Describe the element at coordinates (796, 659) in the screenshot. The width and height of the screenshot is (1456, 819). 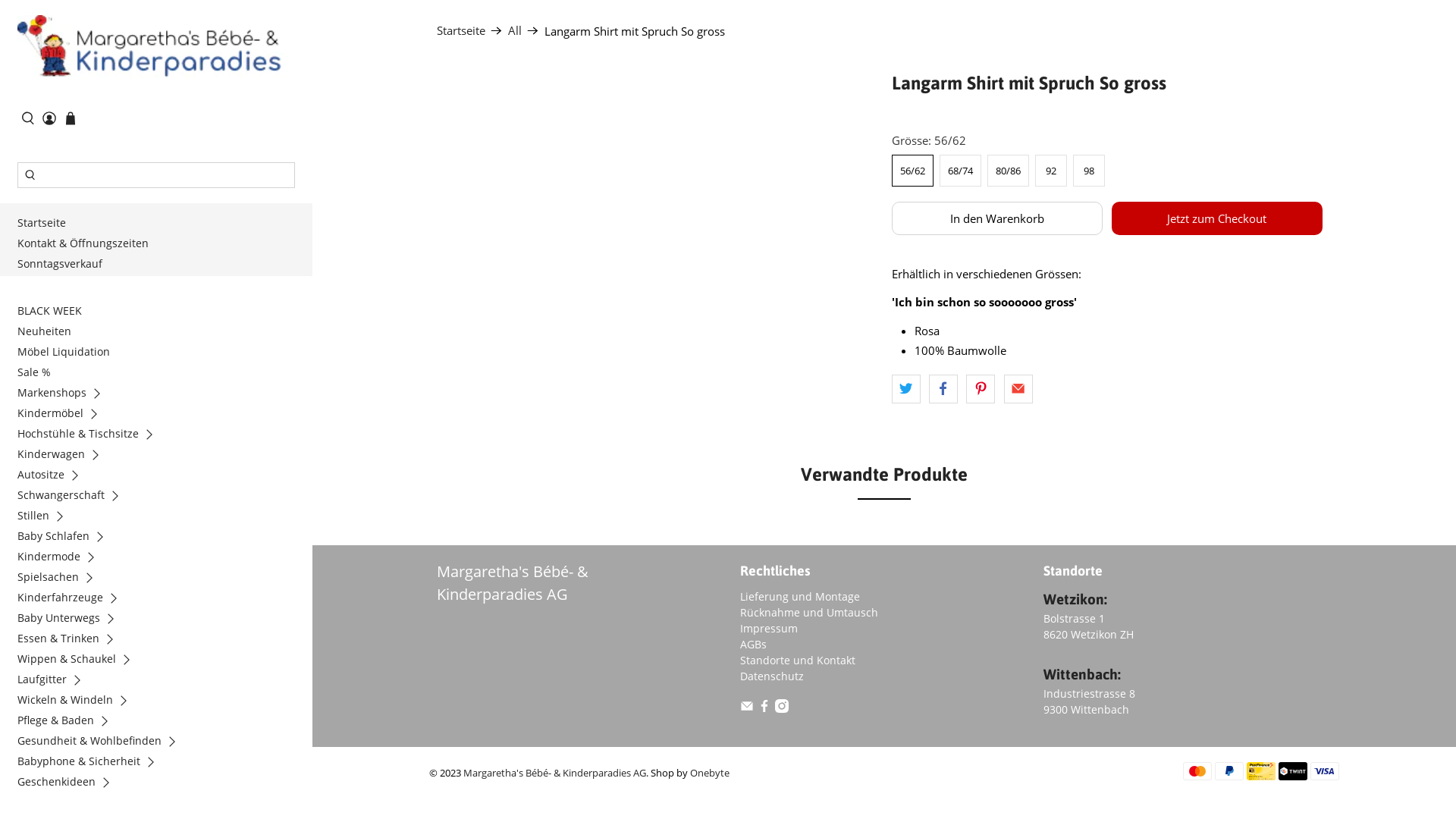
I see `'Standorte und Kontakt'` at that location.